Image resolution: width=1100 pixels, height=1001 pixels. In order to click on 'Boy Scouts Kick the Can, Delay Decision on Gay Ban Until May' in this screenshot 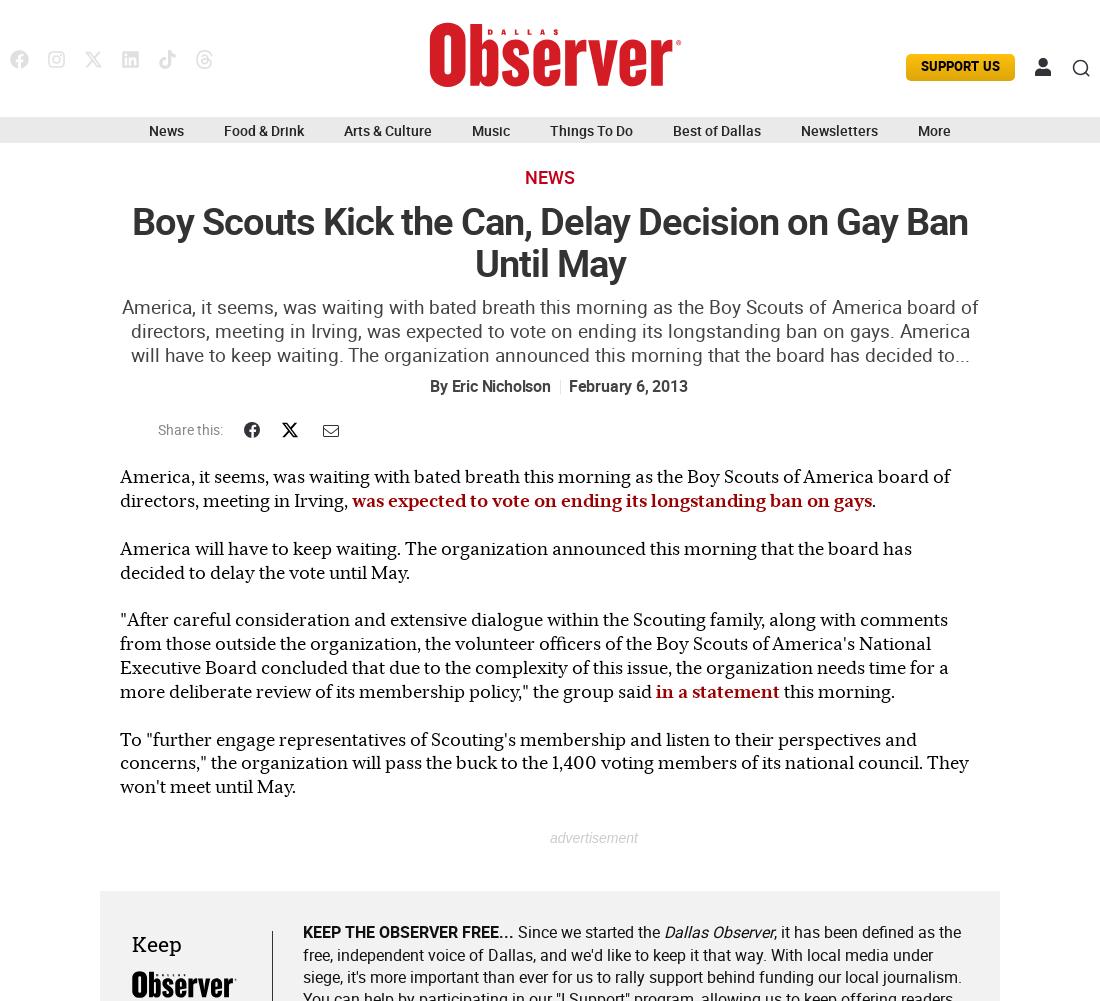, I will do `click(550, 241)`.